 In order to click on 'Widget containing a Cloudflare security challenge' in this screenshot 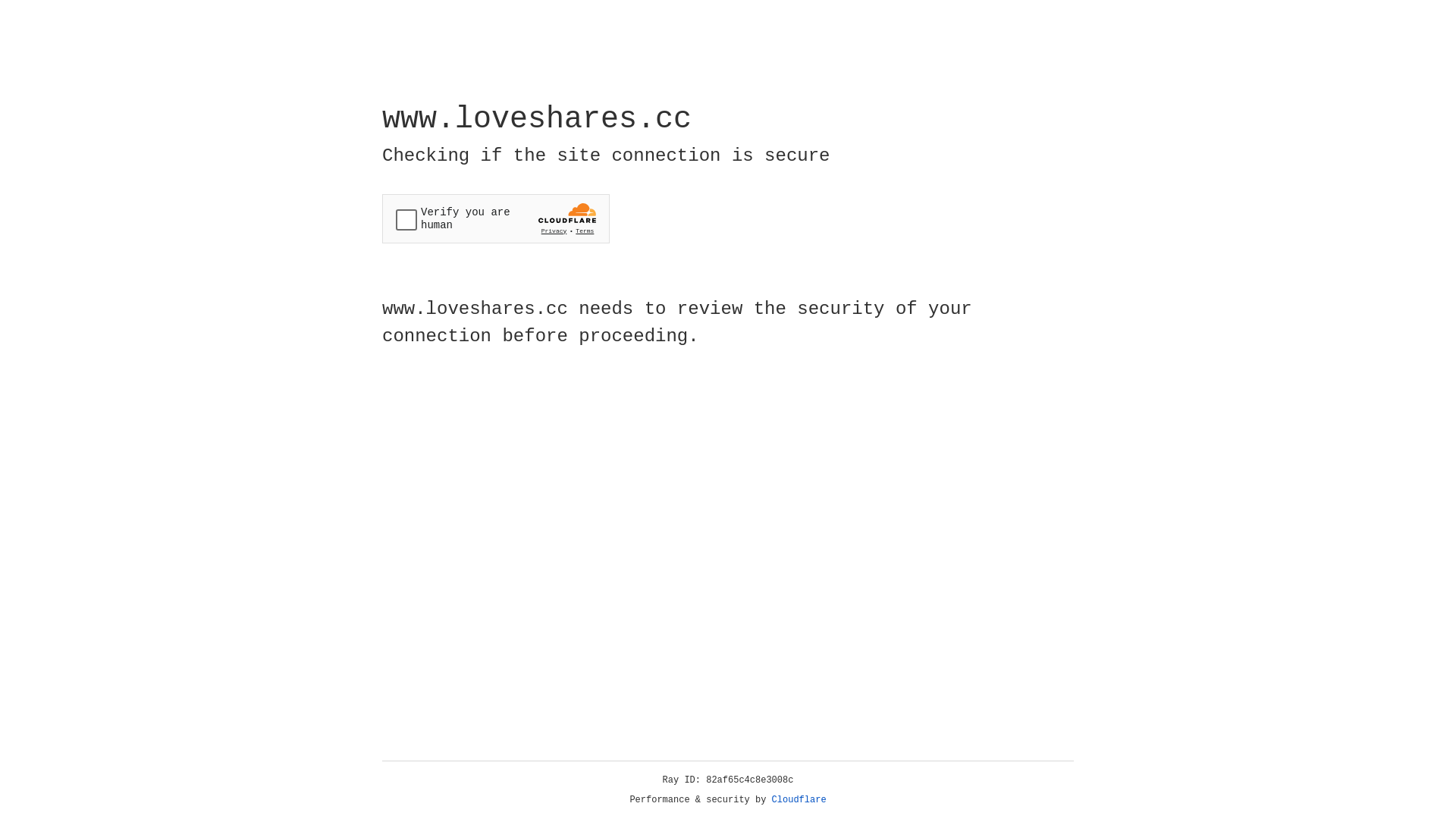, I will do `click(495, 218)`.